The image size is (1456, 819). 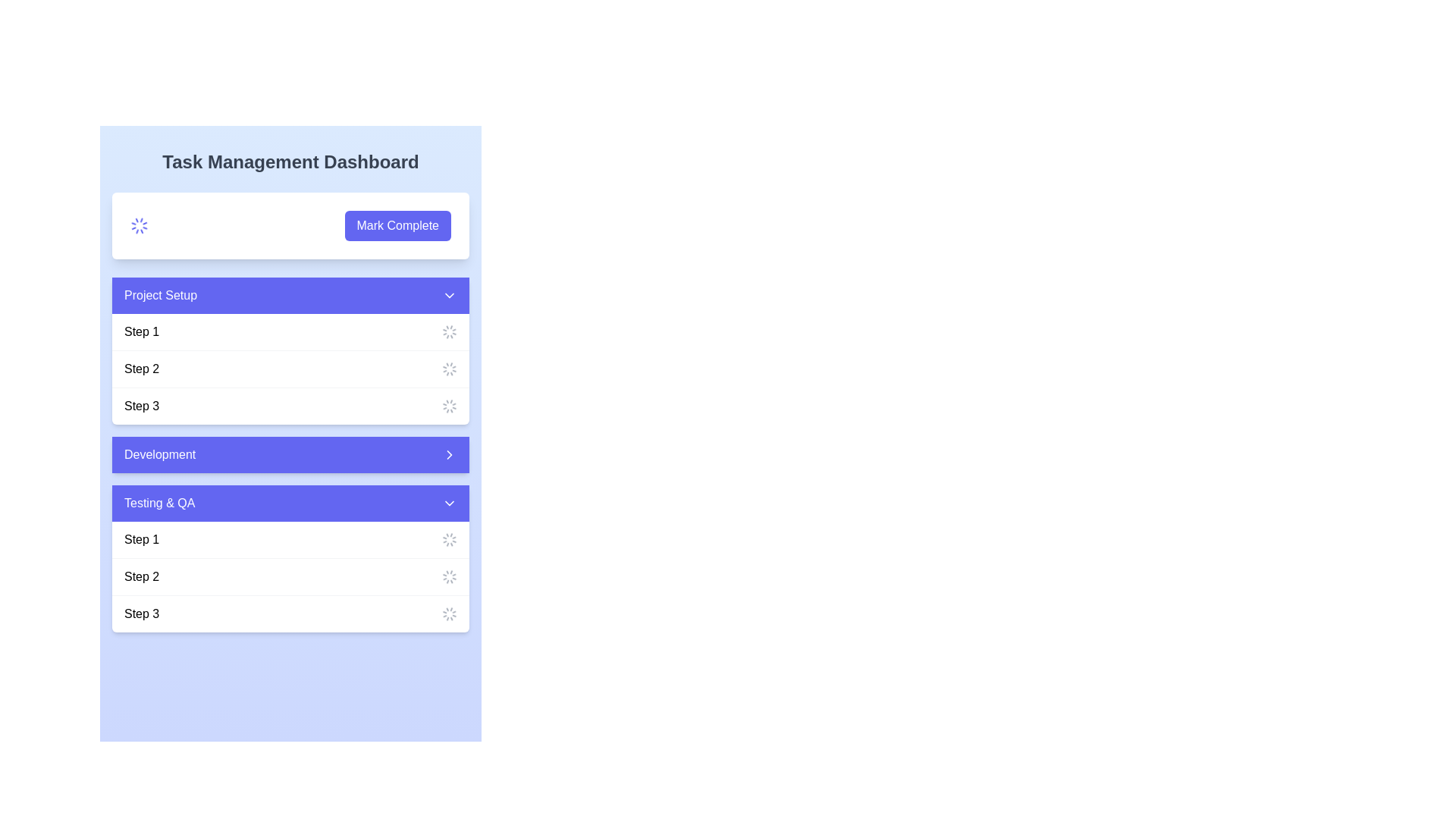 I want to click on the right-pointing arrow icon located inside the collapsible header labeled 'Development', so click(x=449, y=454).